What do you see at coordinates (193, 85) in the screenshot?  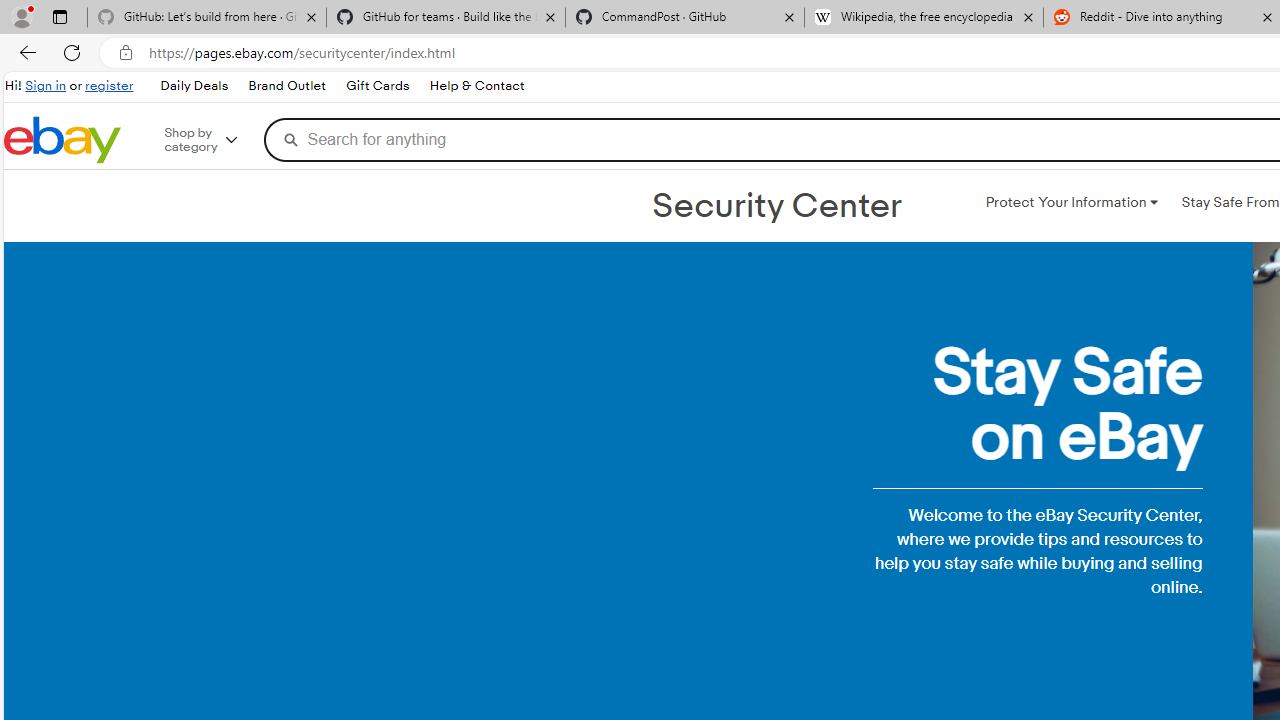 I see `'Daily Deals'` at bounding box center [193, 85].